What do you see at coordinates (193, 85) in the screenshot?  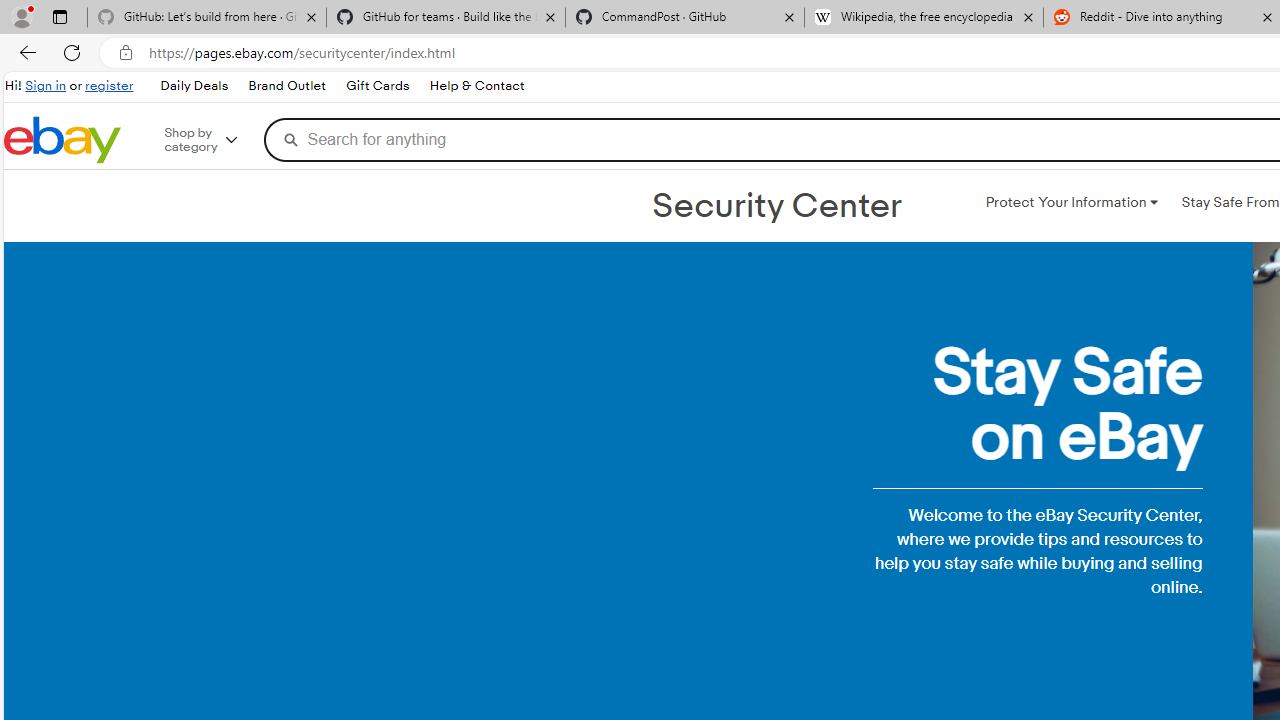 I see `'Daily Deals'` at bounding box center [193, 85].